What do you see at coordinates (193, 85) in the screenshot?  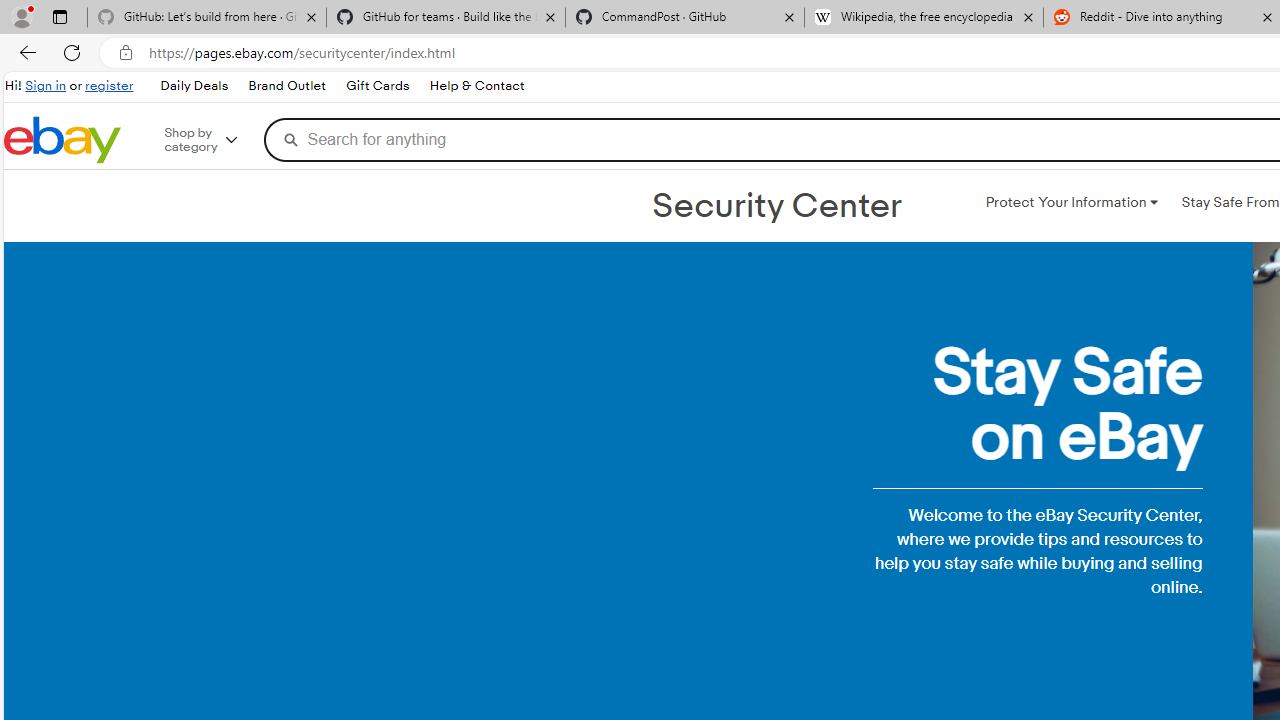 I see `'Daily Deals'` at bounding box center [193, 85].